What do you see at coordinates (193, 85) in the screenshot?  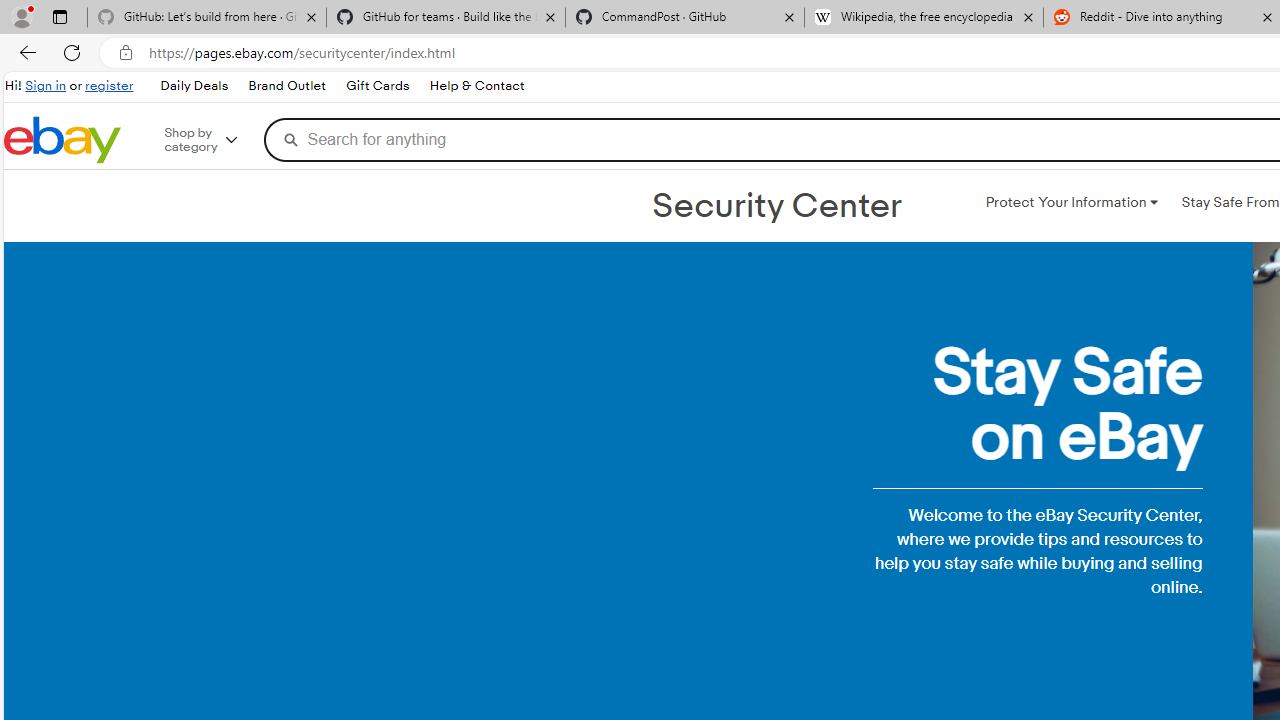 I see `'Daily Deals'` at bounding box center [193, 85].